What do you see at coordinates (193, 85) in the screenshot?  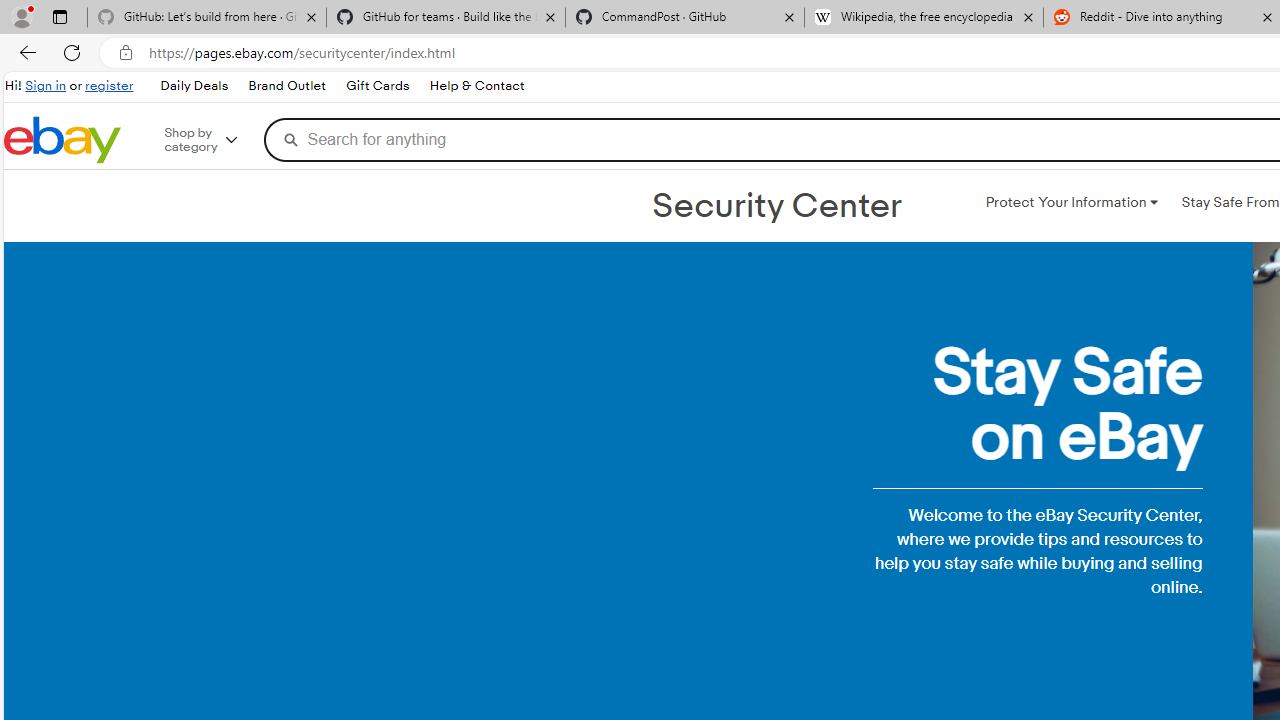 I see `'Daily Deals'` at bounding box center [193, 85].